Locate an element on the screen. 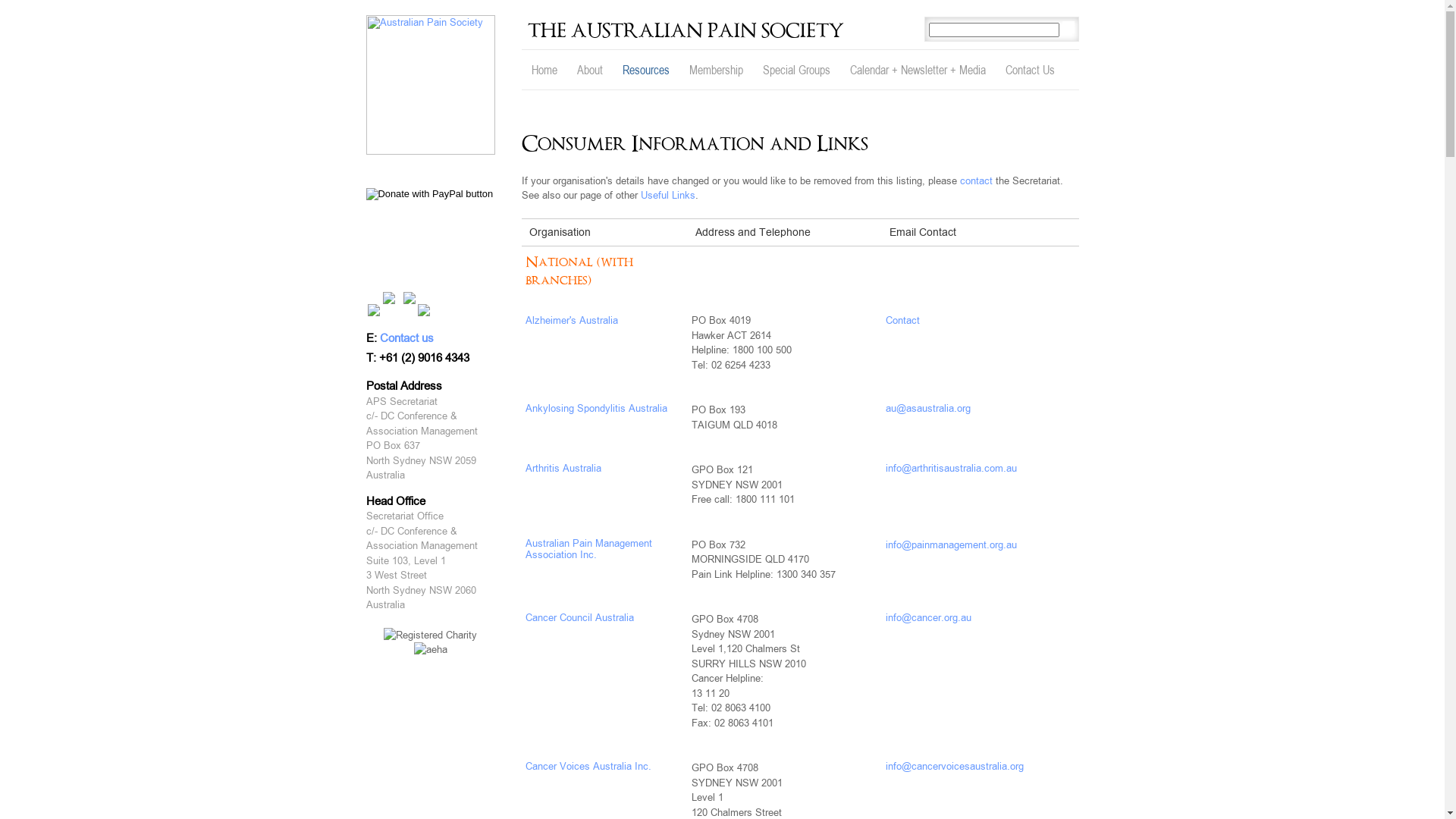 The width and height of the screenshot is (1456, 819). 'info@cancer.org.au' is located at coordinates (927, 617).